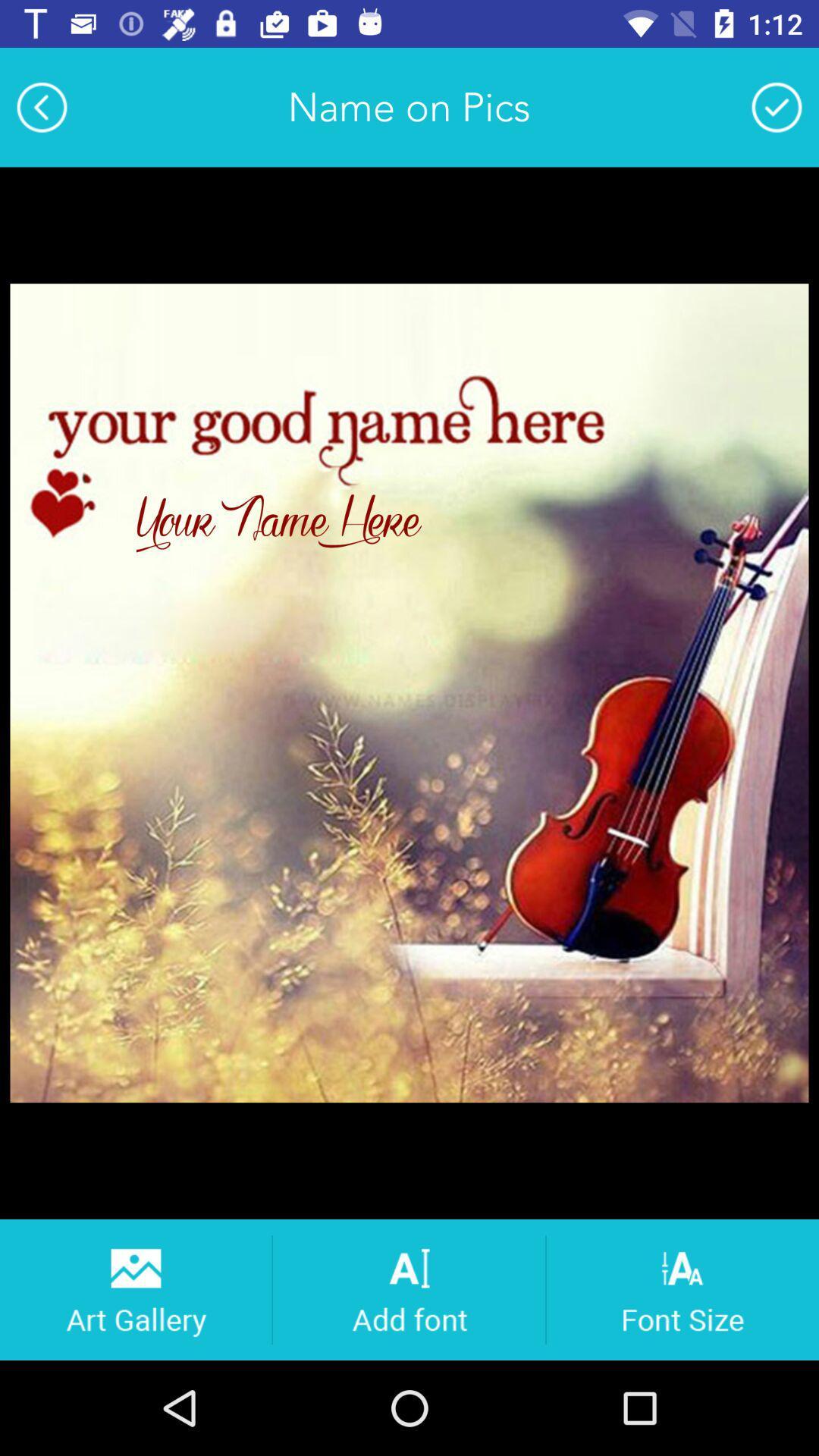 The height and width of the screenshot is (1456, 819). Describe the element at coordinates (408, 1288) in the screenshot. I see `font` at that location.